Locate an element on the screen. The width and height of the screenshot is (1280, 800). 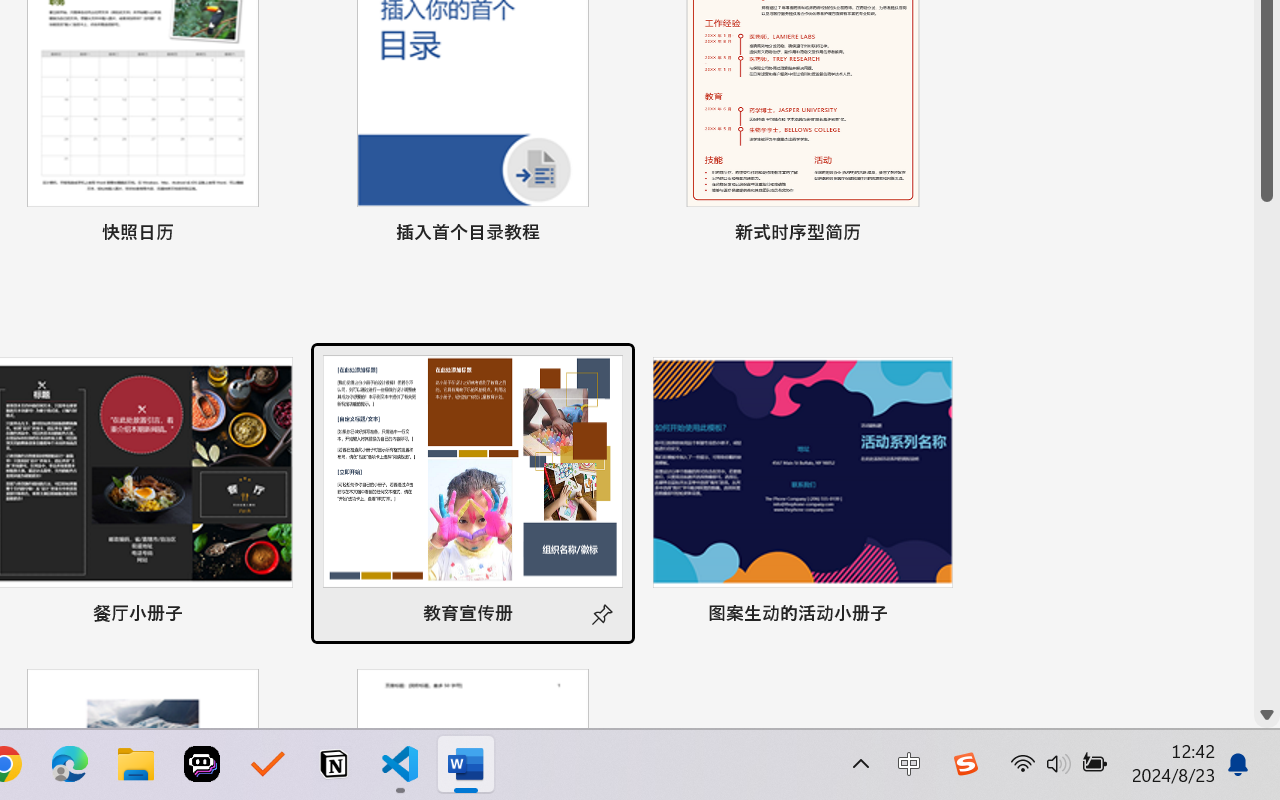
'Page down' is located at coordinates (1266, 450).